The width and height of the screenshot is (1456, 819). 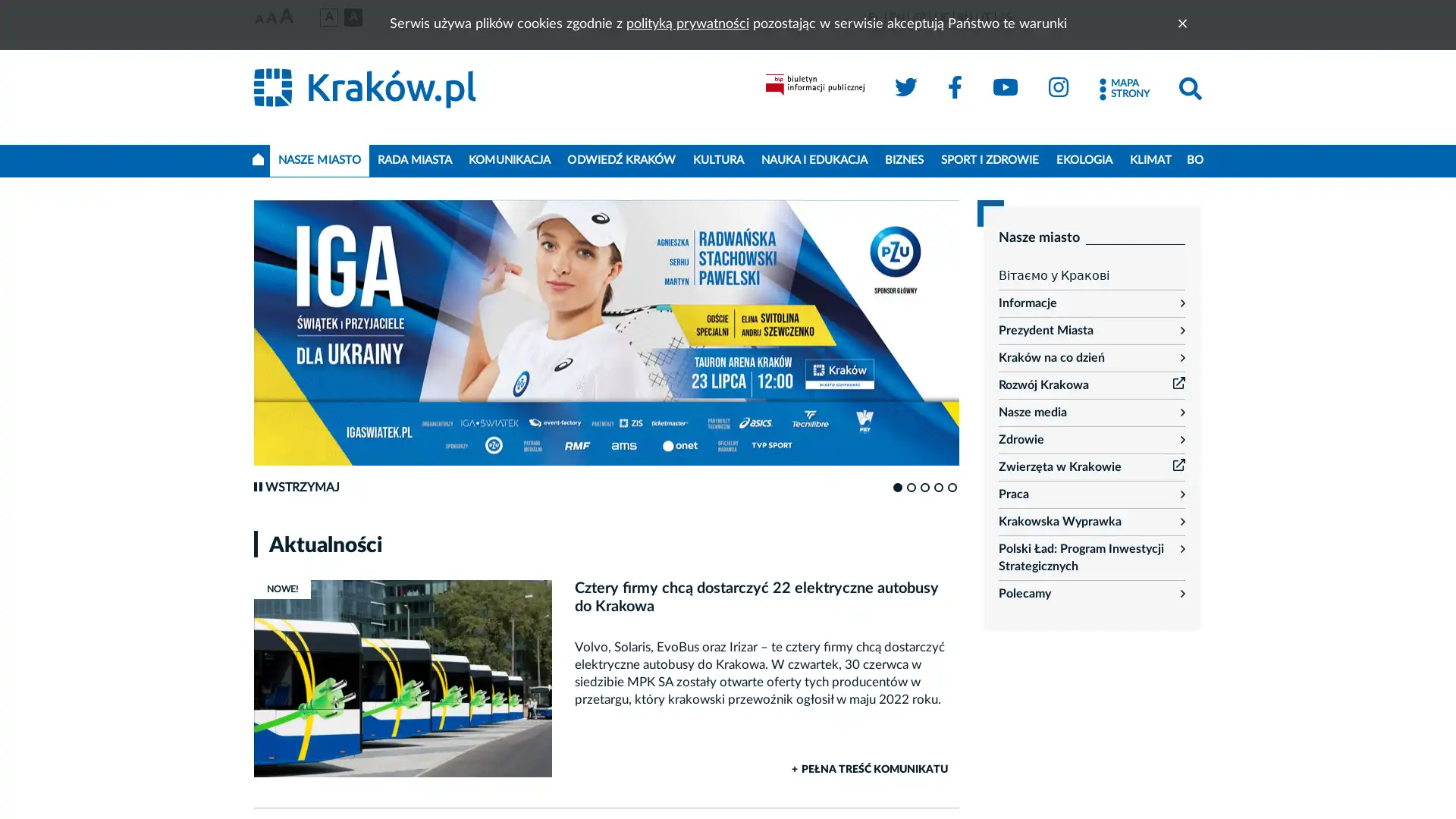 I want to click on Go to slide 1, so click(x=898, y=488).